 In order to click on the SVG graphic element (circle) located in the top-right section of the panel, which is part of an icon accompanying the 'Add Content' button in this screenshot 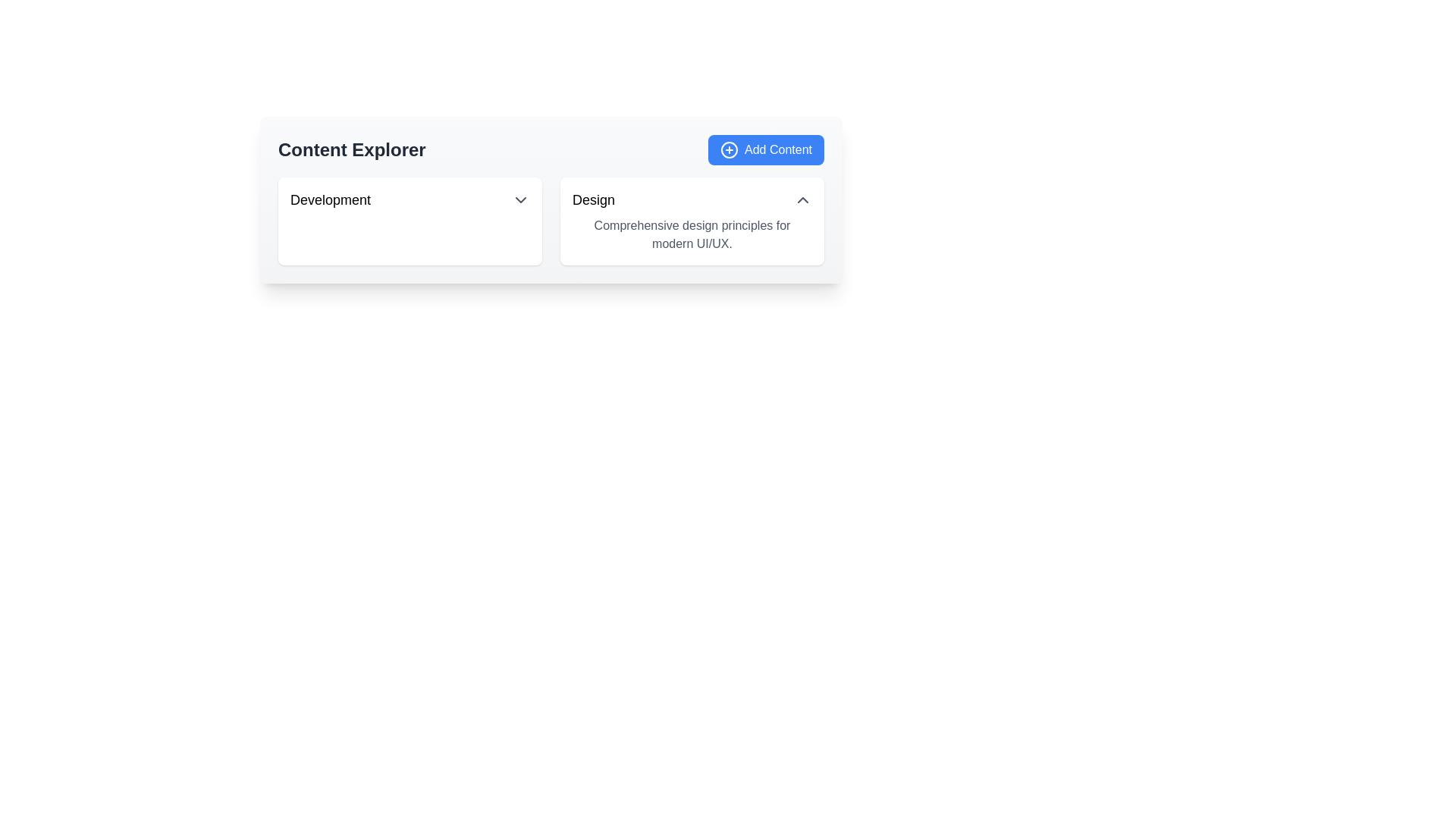, I will do `click(730, 149)`.